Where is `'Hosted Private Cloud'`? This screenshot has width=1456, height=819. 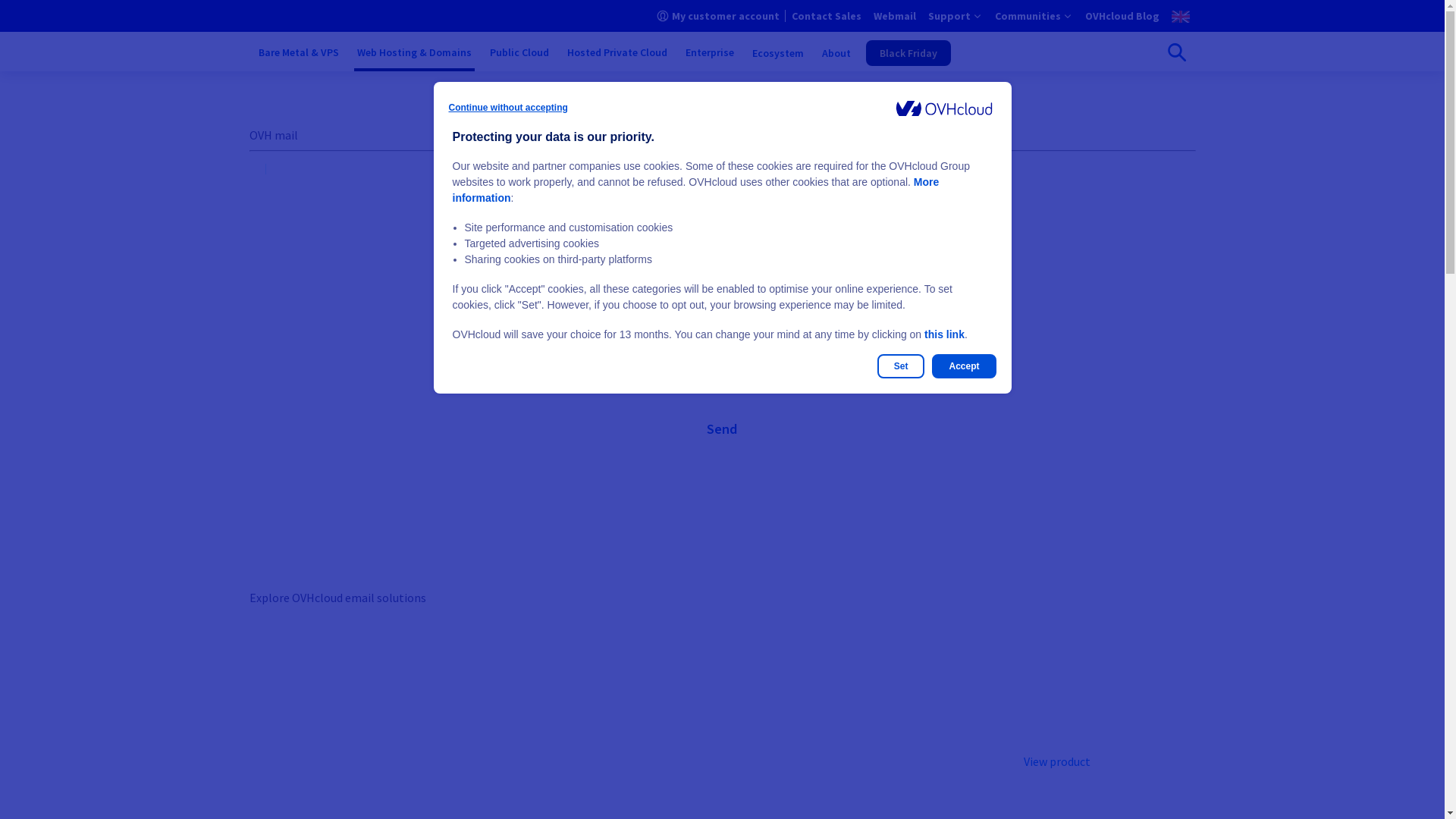
'Hosted Private Cloud' is located at coordinates (563, 52).